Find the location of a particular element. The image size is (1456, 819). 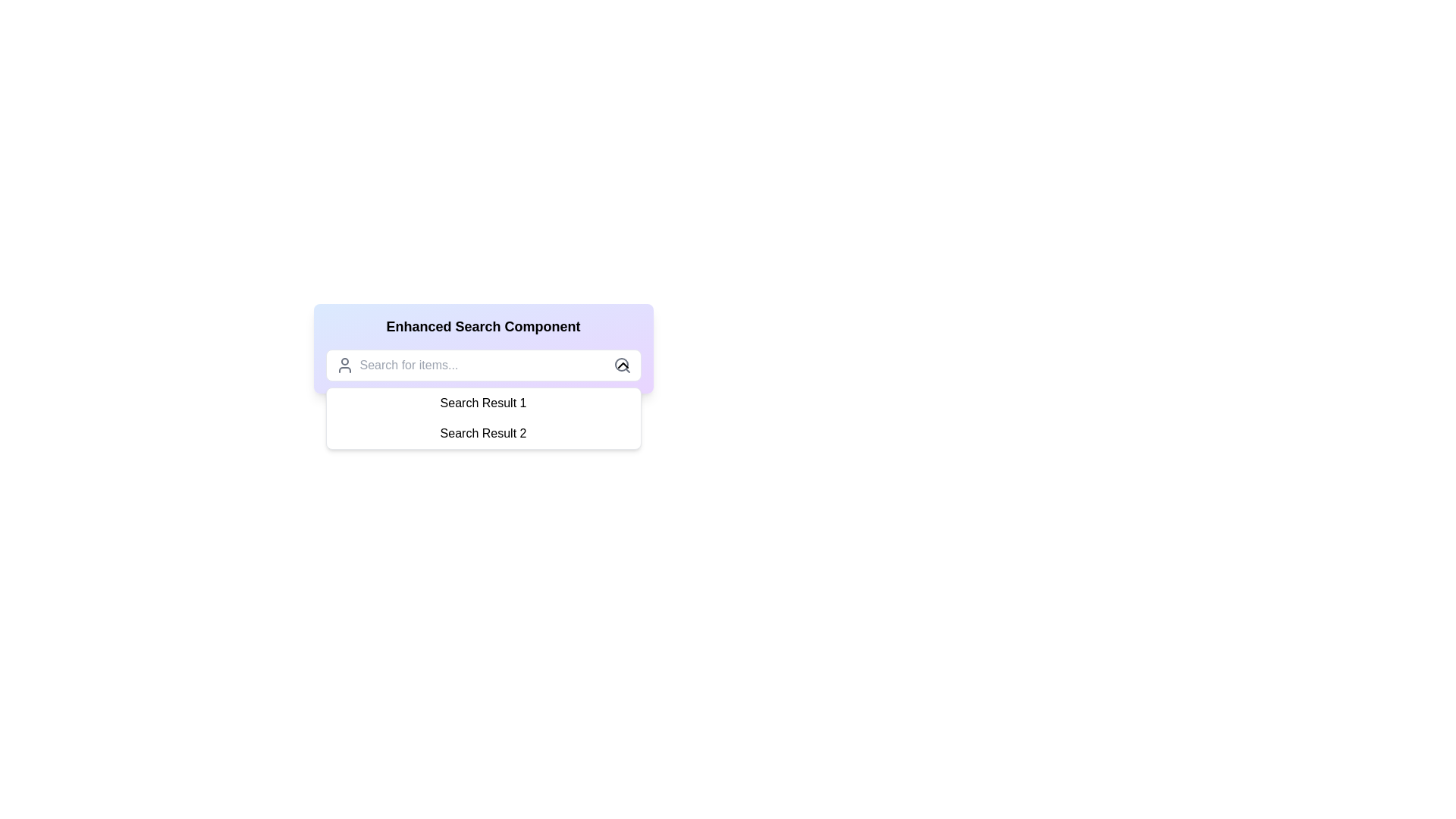

the circular icon located at the top-right corner of the search field, which is part of the search icon is located at coordinates (621, 365).